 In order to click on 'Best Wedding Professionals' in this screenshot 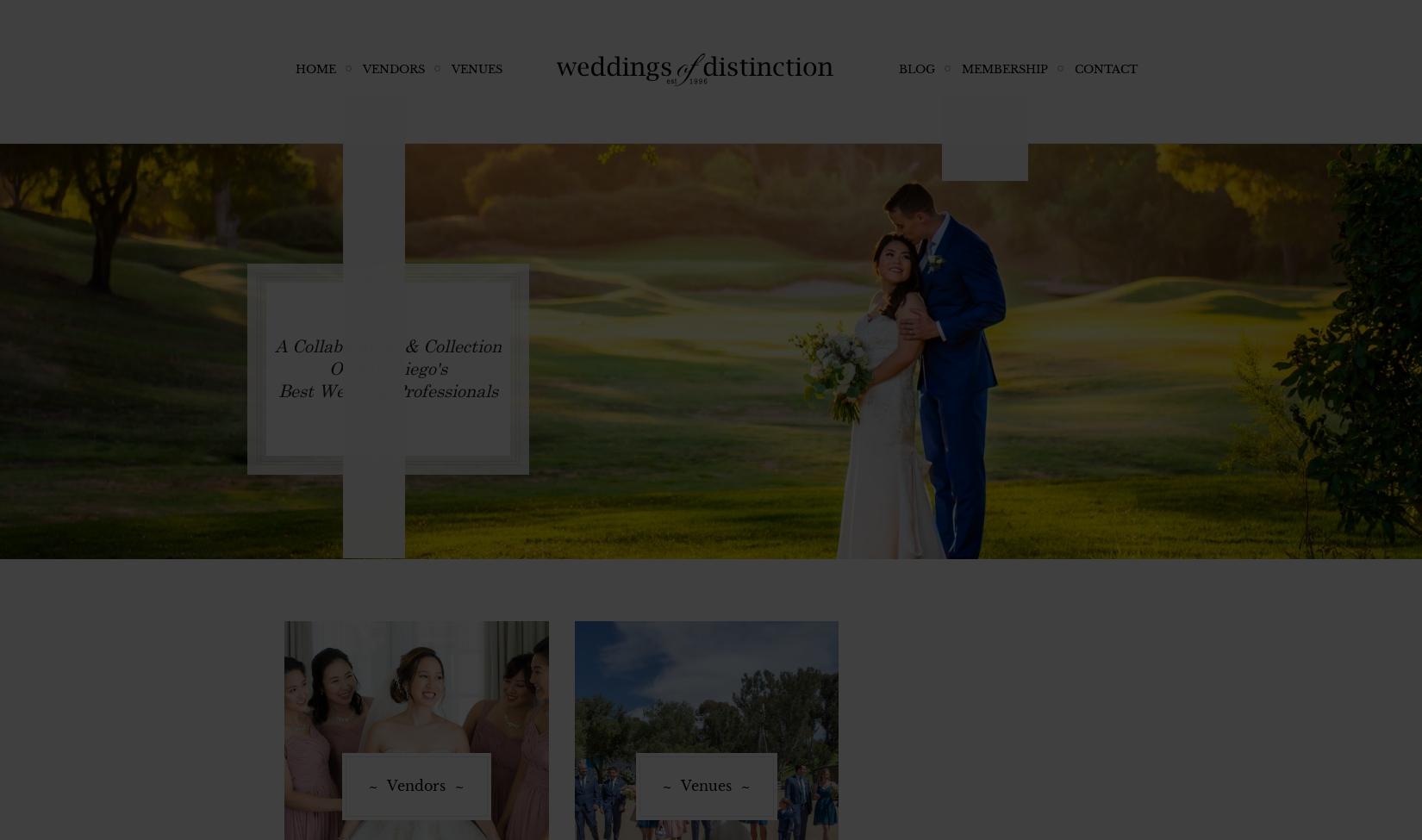, I will do `click(278, 389)`.